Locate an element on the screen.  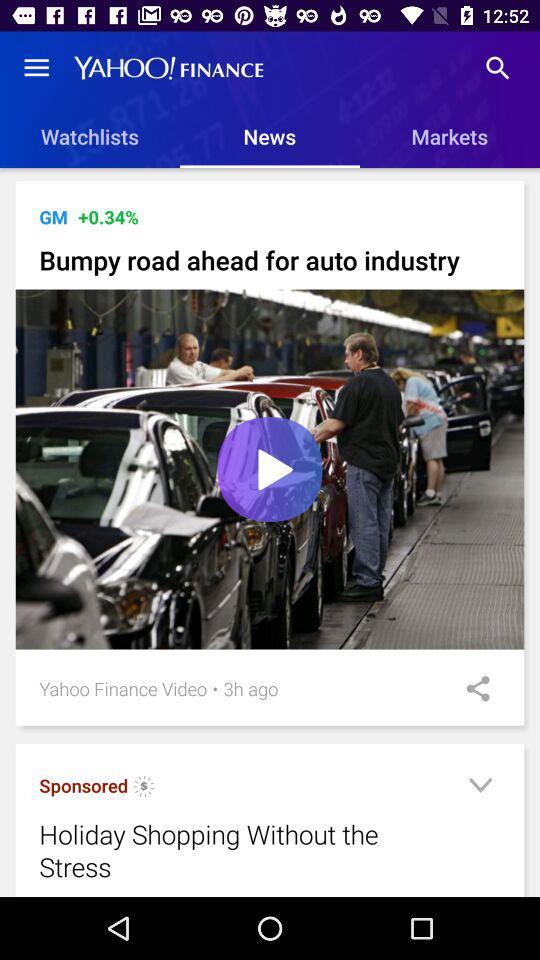
sponsor info is located at coordinates (143, 789).